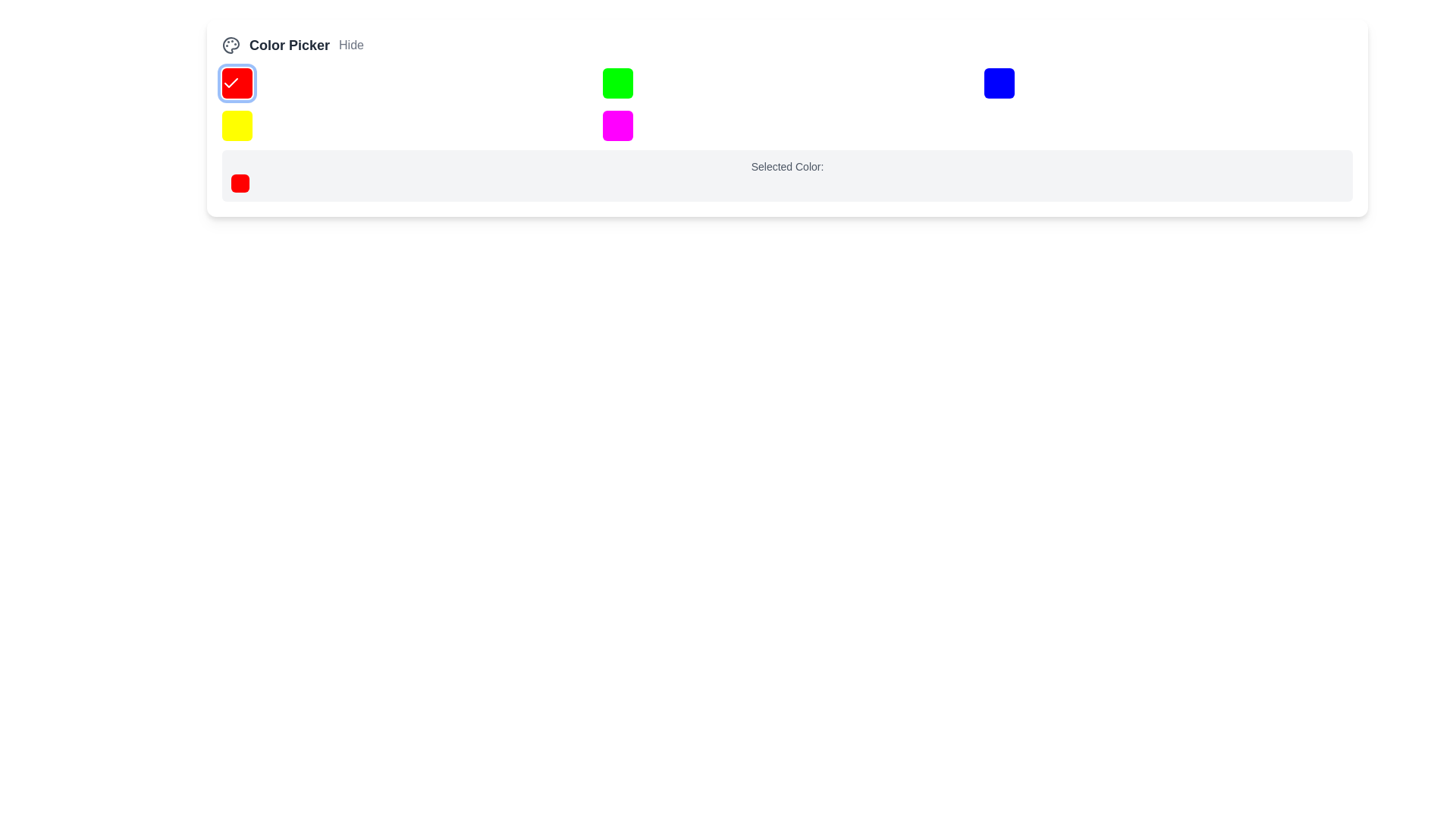 This screenshot has height=819, width=1456. Describe the element at coordinates (999, 83) in the screenshot. I see `the square-shaped button with a rounded border and solid blue background located in the top row, third from the right` at that location.